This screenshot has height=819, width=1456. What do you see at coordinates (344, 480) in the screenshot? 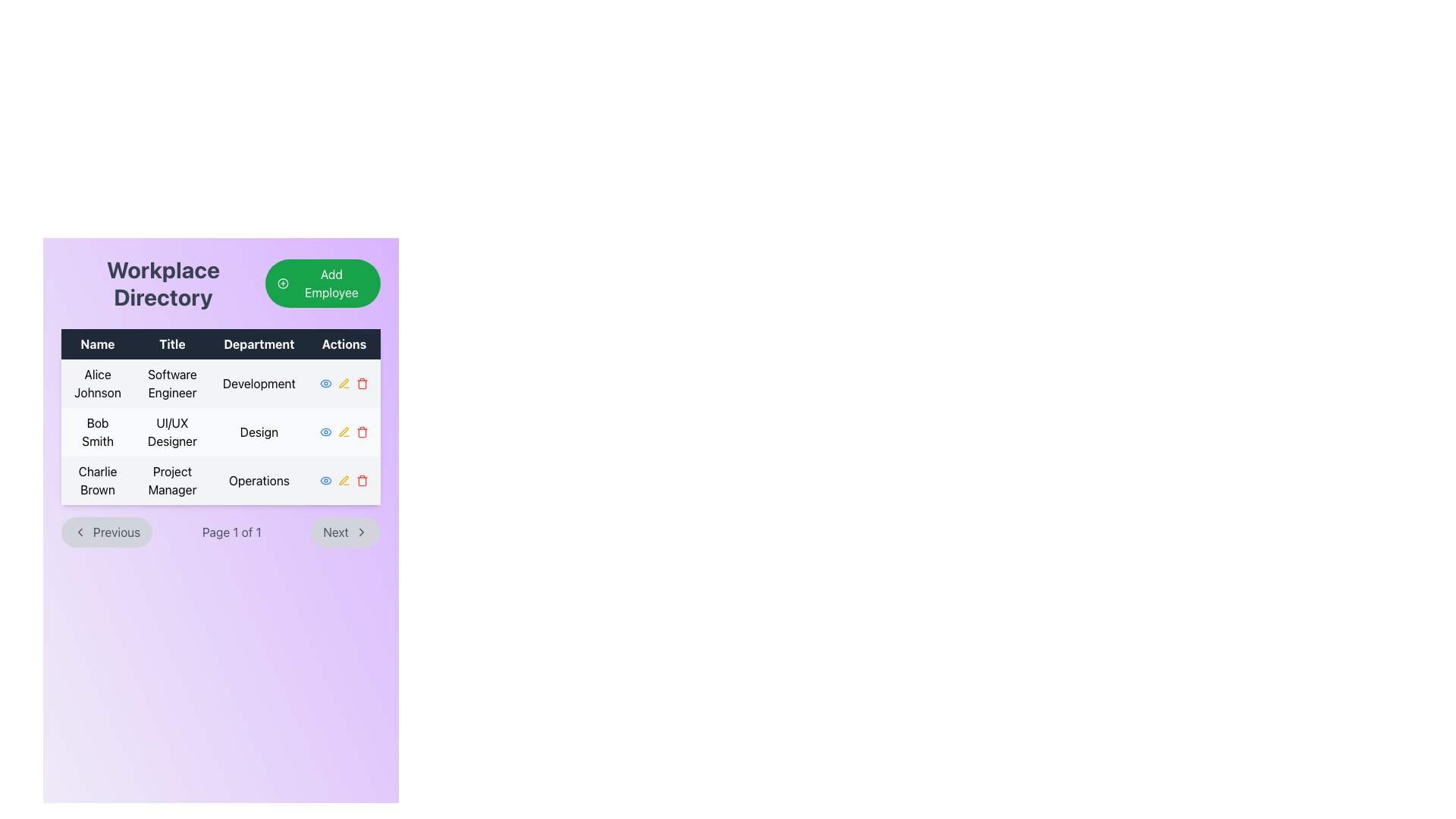
I see `the yellow button with a pencil icon located in the third row of the table under the 'Actions' column` at bounding box center [344, 480].